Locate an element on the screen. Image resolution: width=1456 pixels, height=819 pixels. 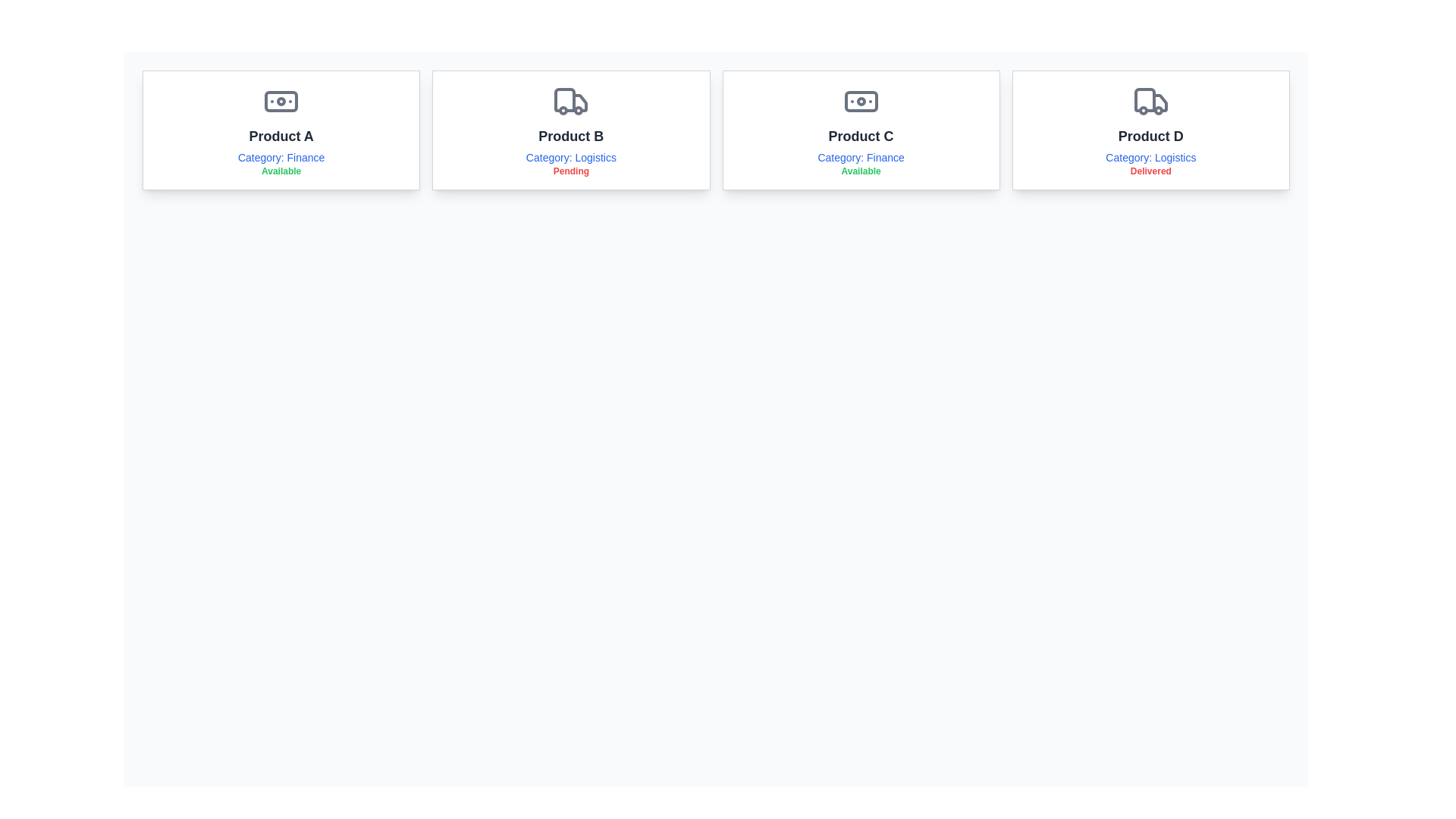
the text label displaying 'Available', which is styled in bold green sans-serif font and located at the bottom of the card for 'Product C', beneath the subtitle 'Category: Finance' is located at coordinates (861, 171).